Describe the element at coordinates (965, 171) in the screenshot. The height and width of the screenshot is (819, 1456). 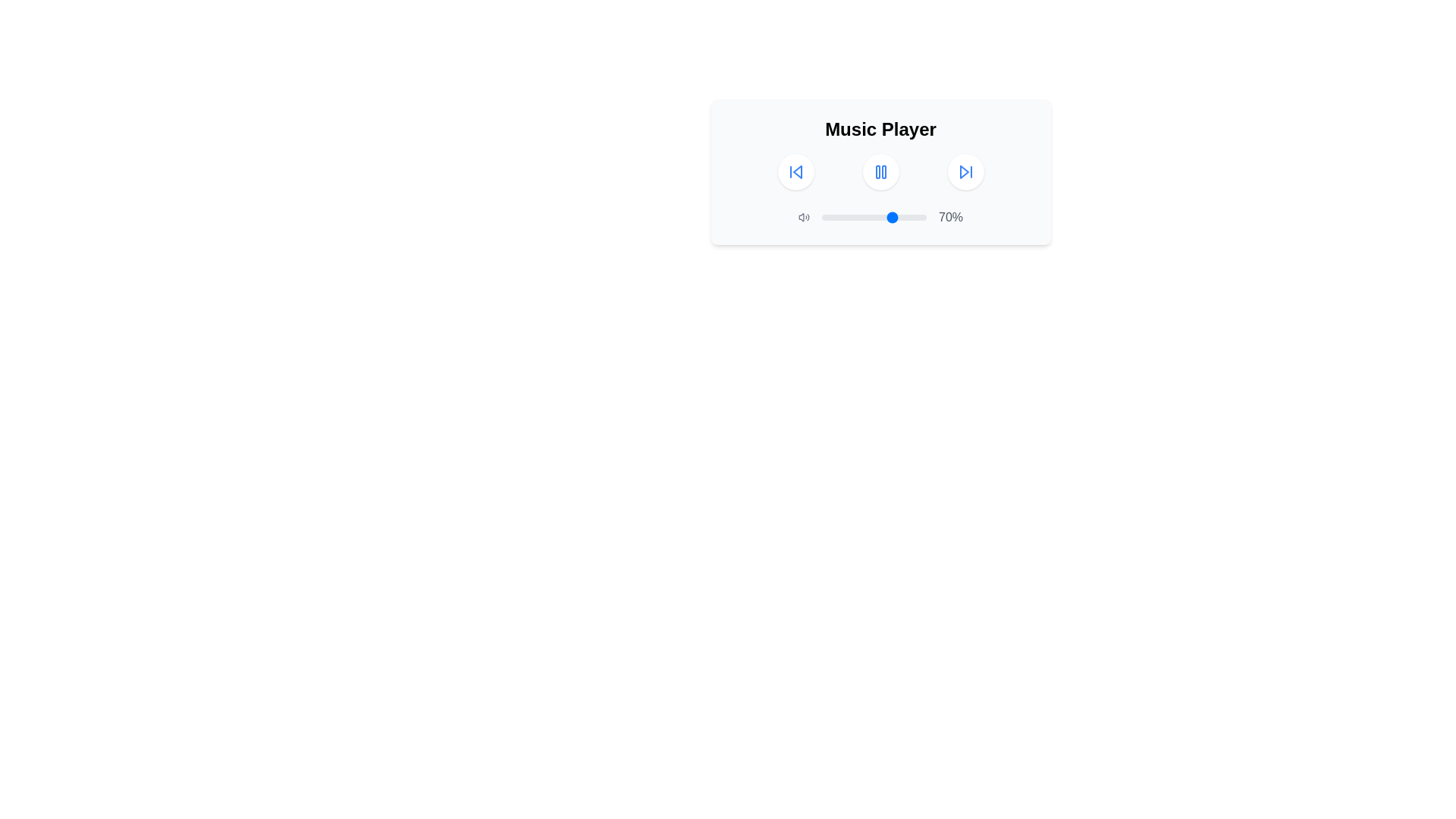
I see `the rightmost button in the music player control panel to skip to the next track in the playlist` at that location.